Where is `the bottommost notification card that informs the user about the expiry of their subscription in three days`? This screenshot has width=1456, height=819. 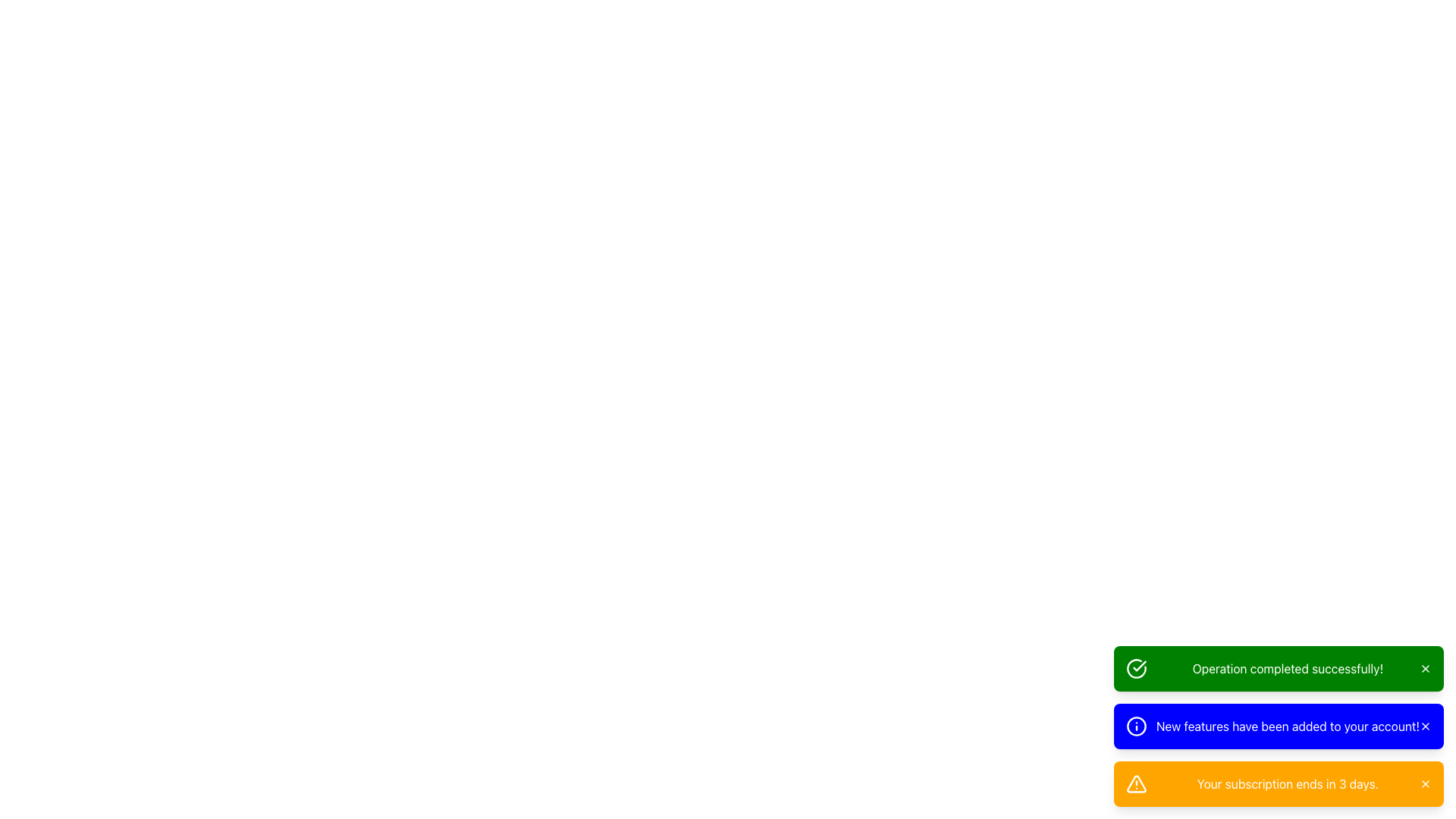 the bottommost notification card that informs the user about the expiry of their subscription in three days is located at coordinates (1278, 783).